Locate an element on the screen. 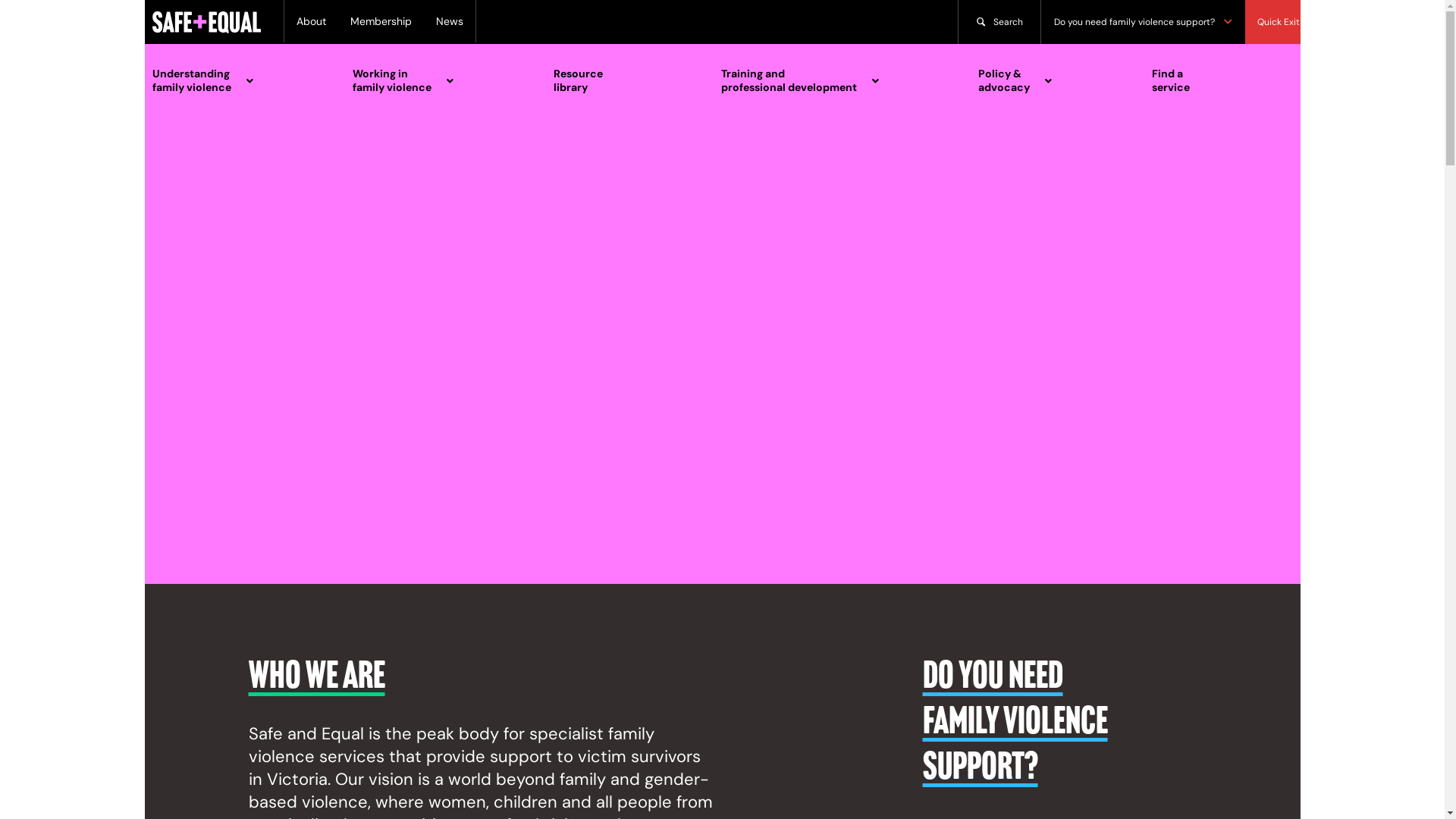 This screenshot has height=819, width=1456. 'Training and is located at coordinates (833, 80).